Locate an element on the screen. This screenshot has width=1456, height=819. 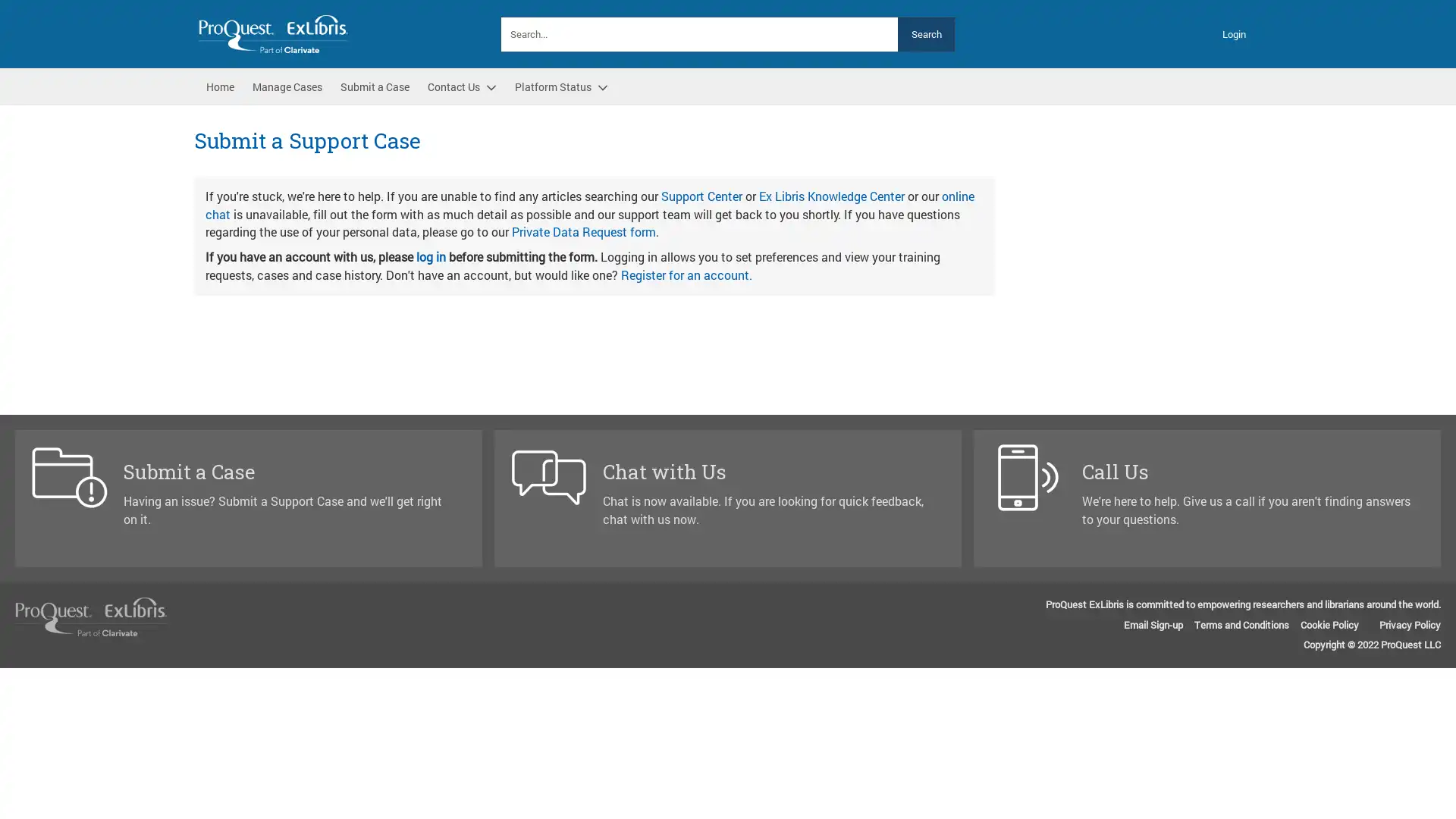
Contact Us is located at coordinates (461, 86).